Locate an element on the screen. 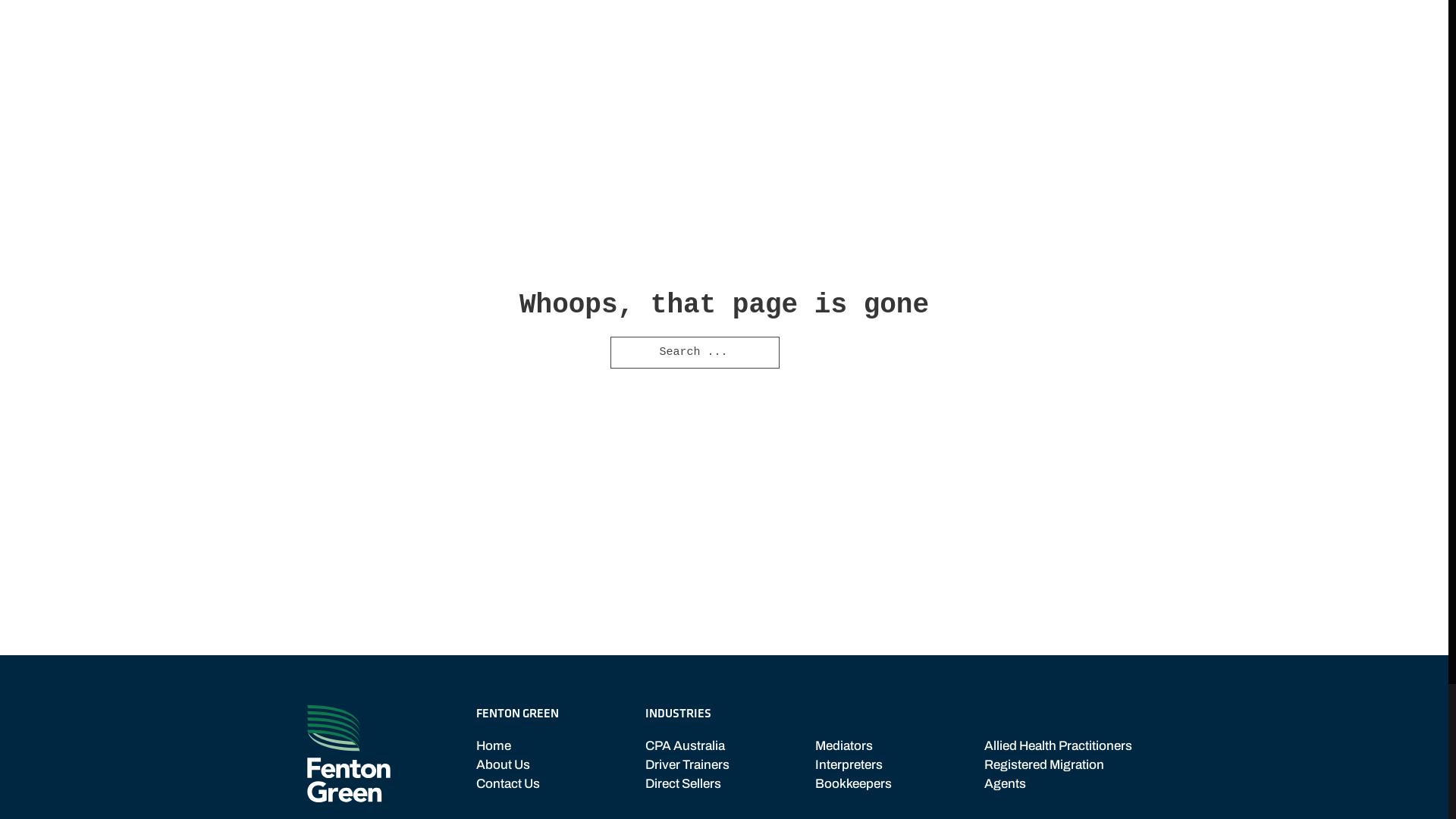  'Mediators' is located at coordinates (853, 745).